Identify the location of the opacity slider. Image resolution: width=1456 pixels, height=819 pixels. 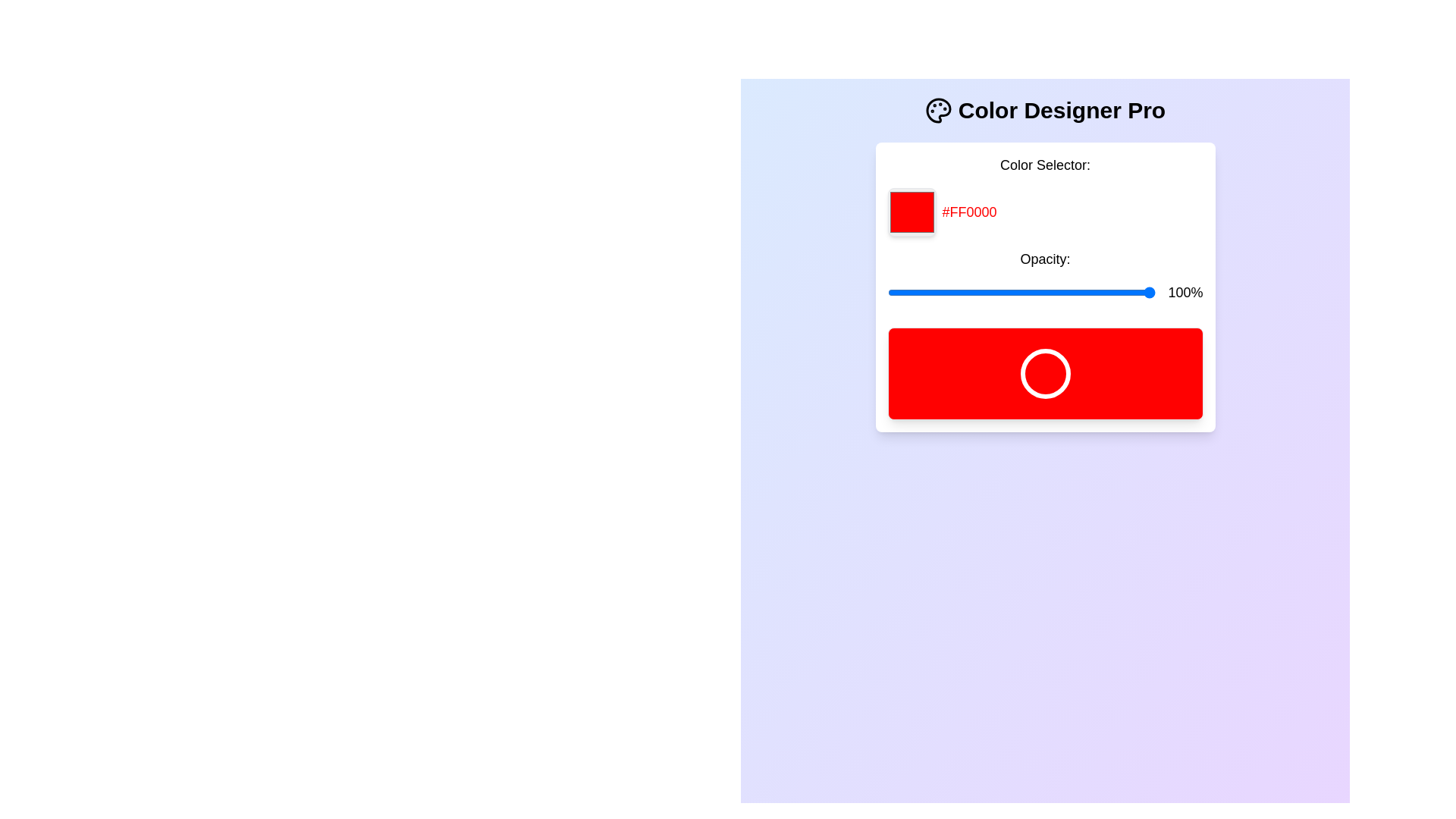
(1140, 292).